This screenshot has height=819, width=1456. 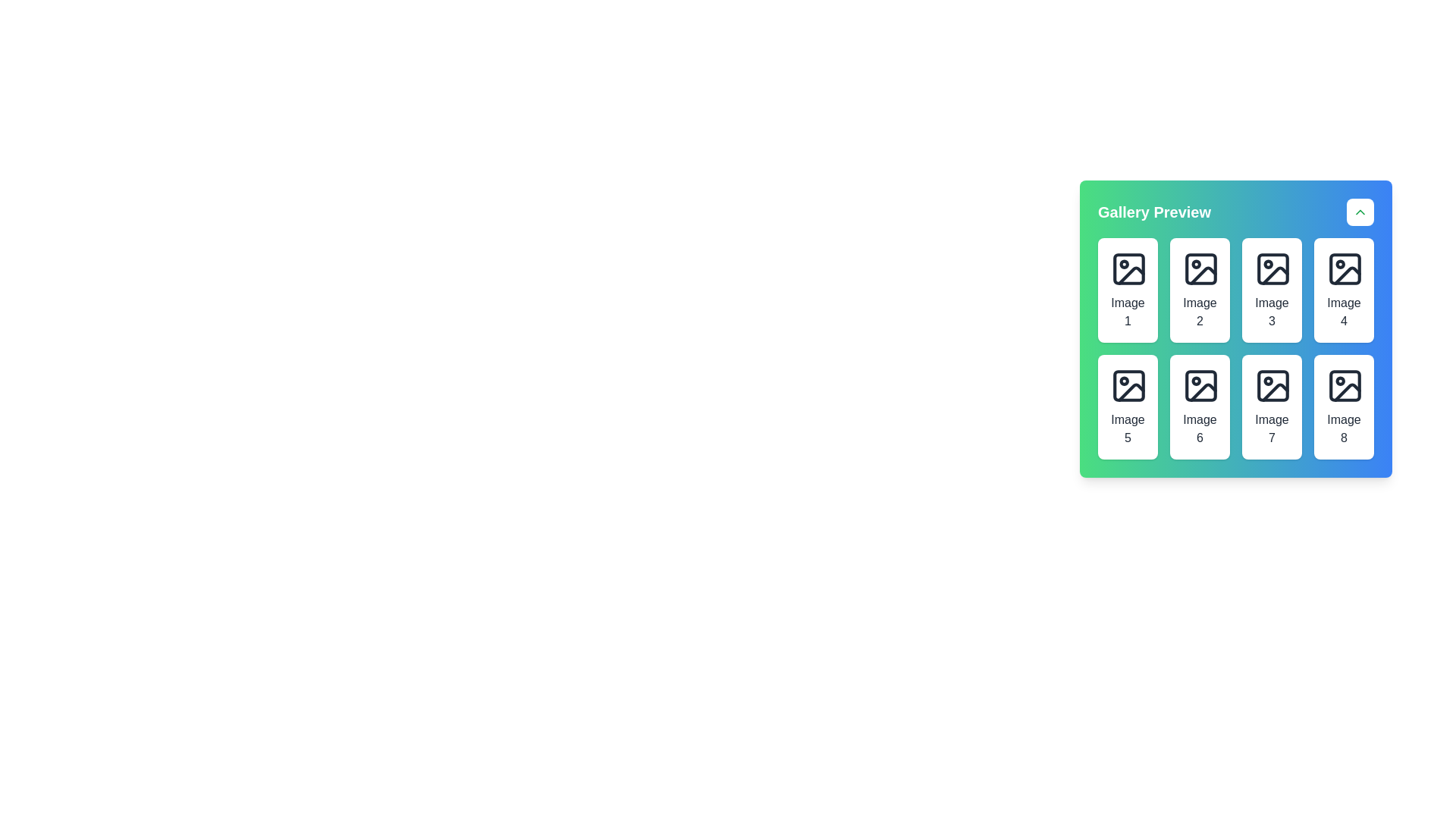 What do you see at coordinates (1272, 429) in the screenshot?
I see `the text label 'Image 7' which is displayed in a smaller bold font, centered in the seventh cell of the gallery grid layout` at bounding box center [1272, 429].